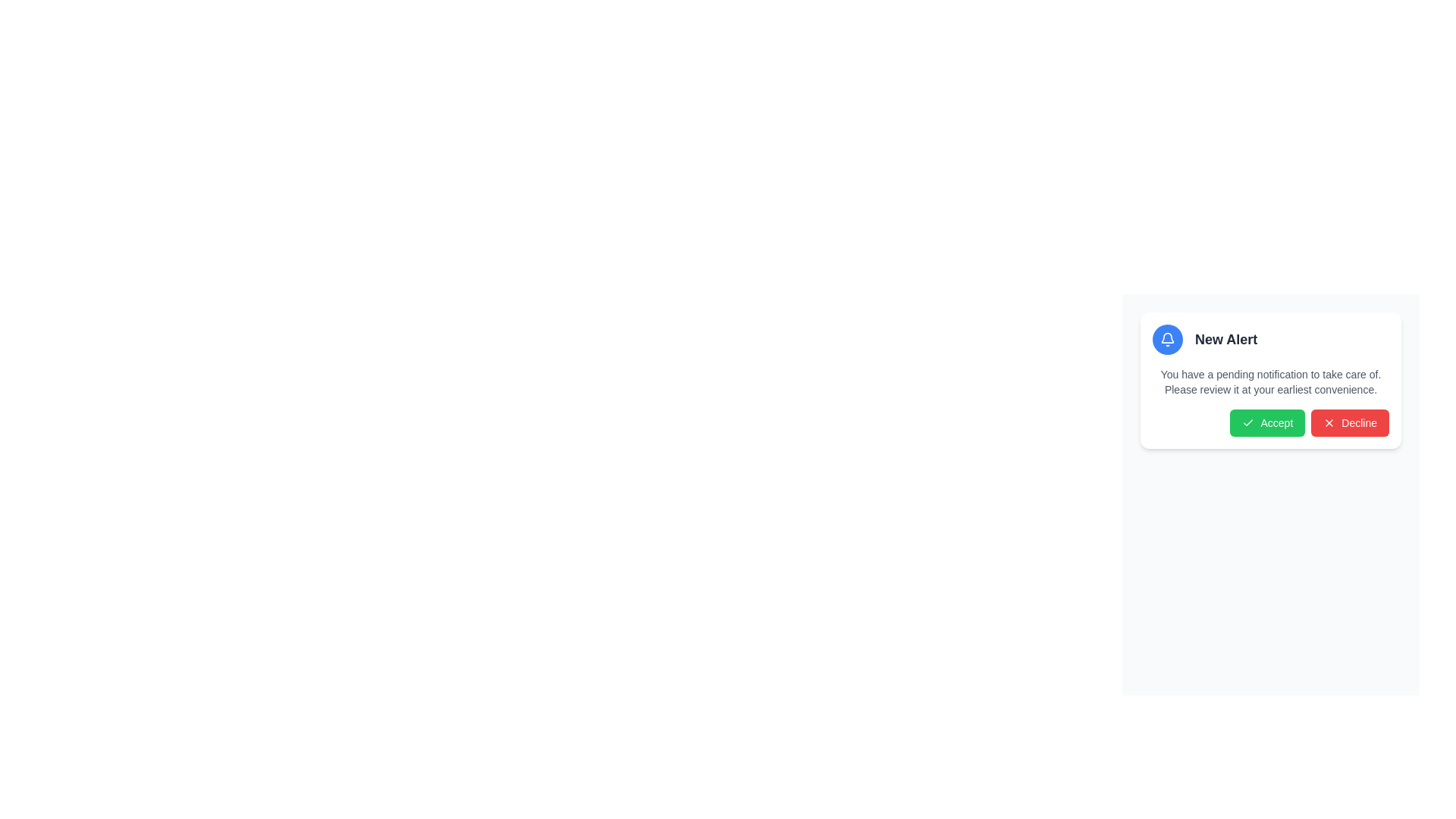 This screenshot has width=1456, height=819. I want to click on the icon within the 'Decline' button, which visually indicates the button's function and is positioned to the left of the text label 'Decline', so click(1329, 423).